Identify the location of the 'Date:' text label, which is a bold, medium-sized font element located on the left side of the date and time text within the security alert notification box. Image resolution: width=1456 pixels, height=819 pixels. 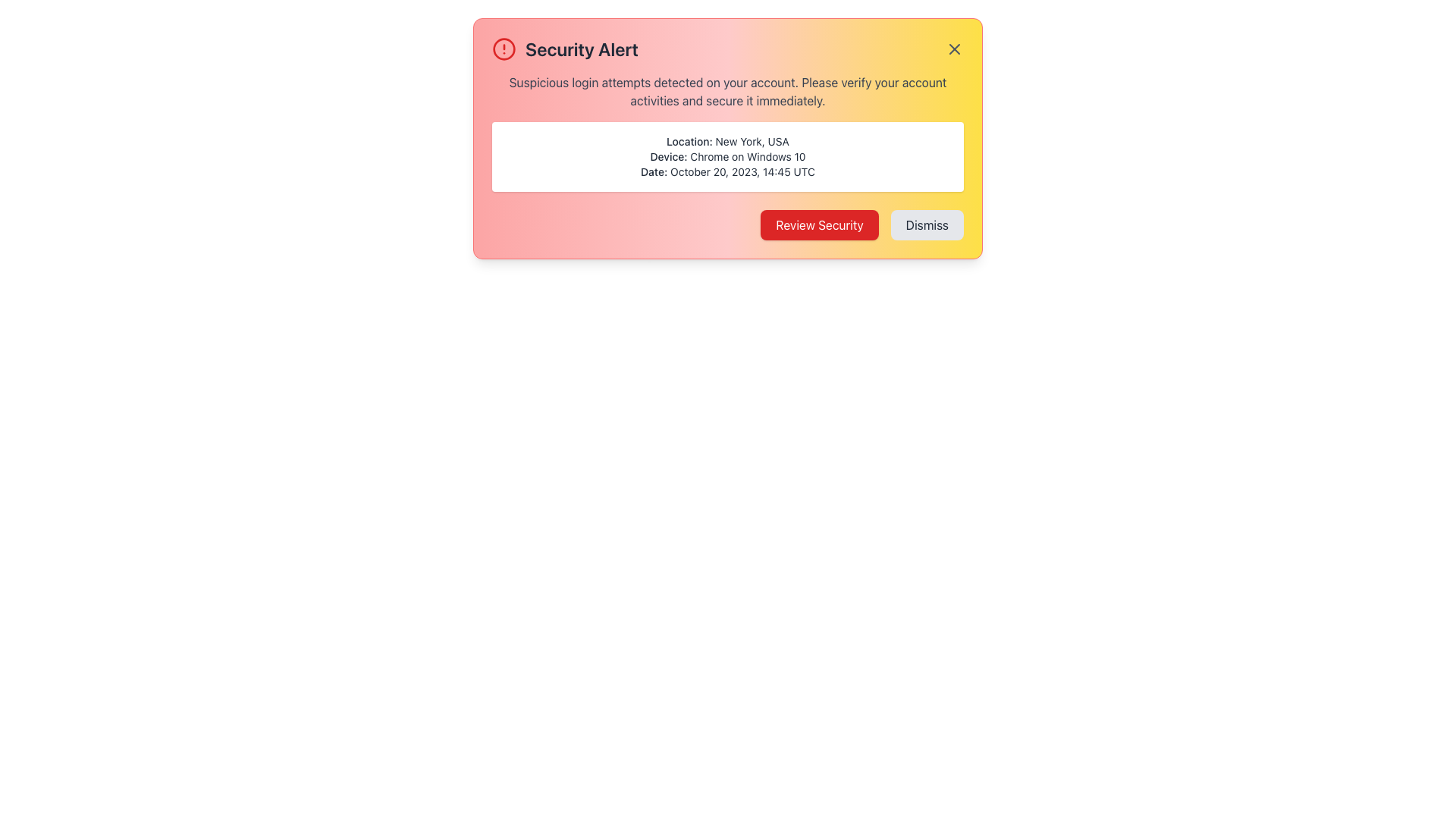
(654, 171).